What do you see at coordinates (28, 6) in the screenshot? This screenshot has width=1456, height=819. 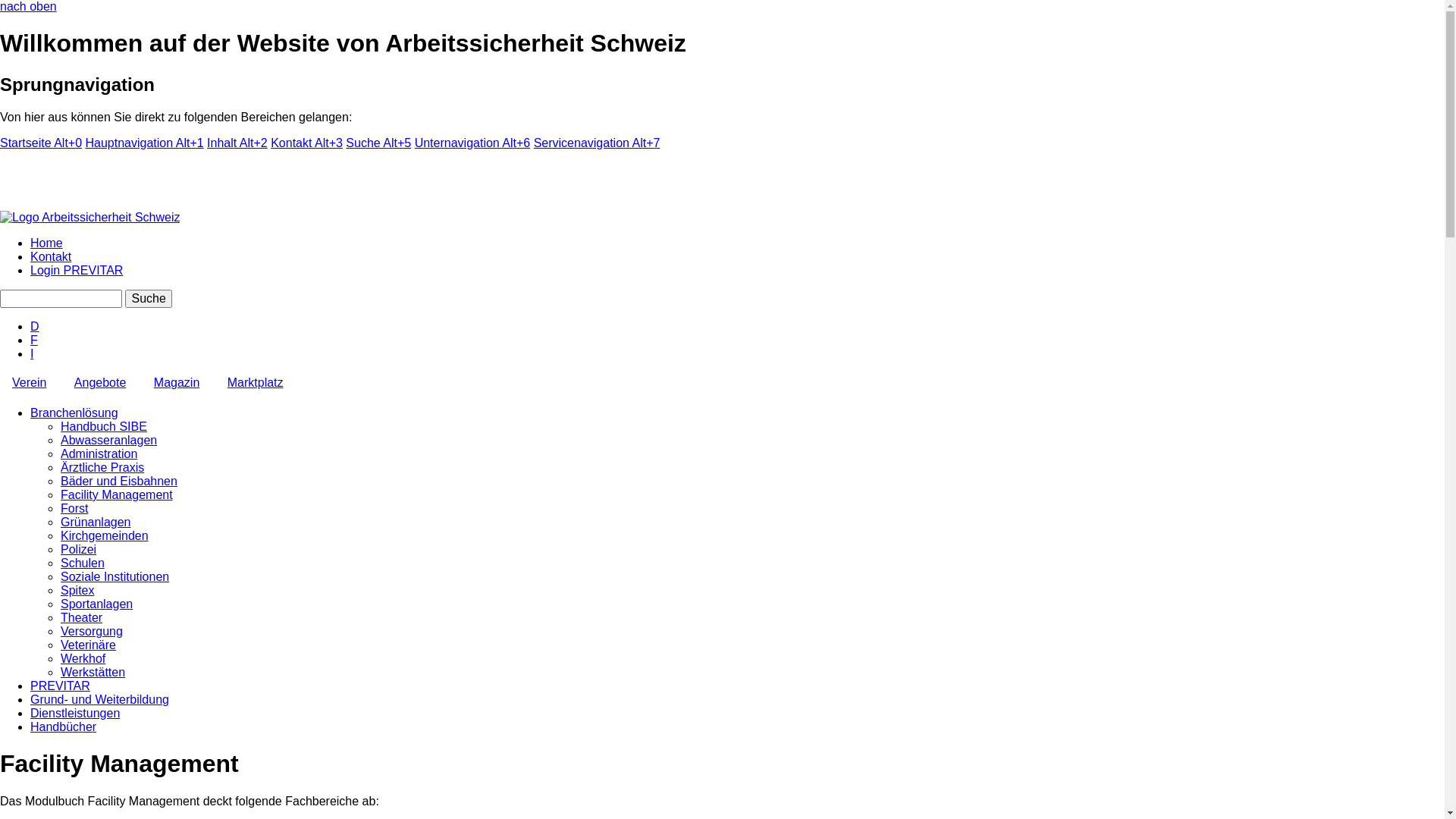 I see `'nach oben'` at bounding box center [28, 6].